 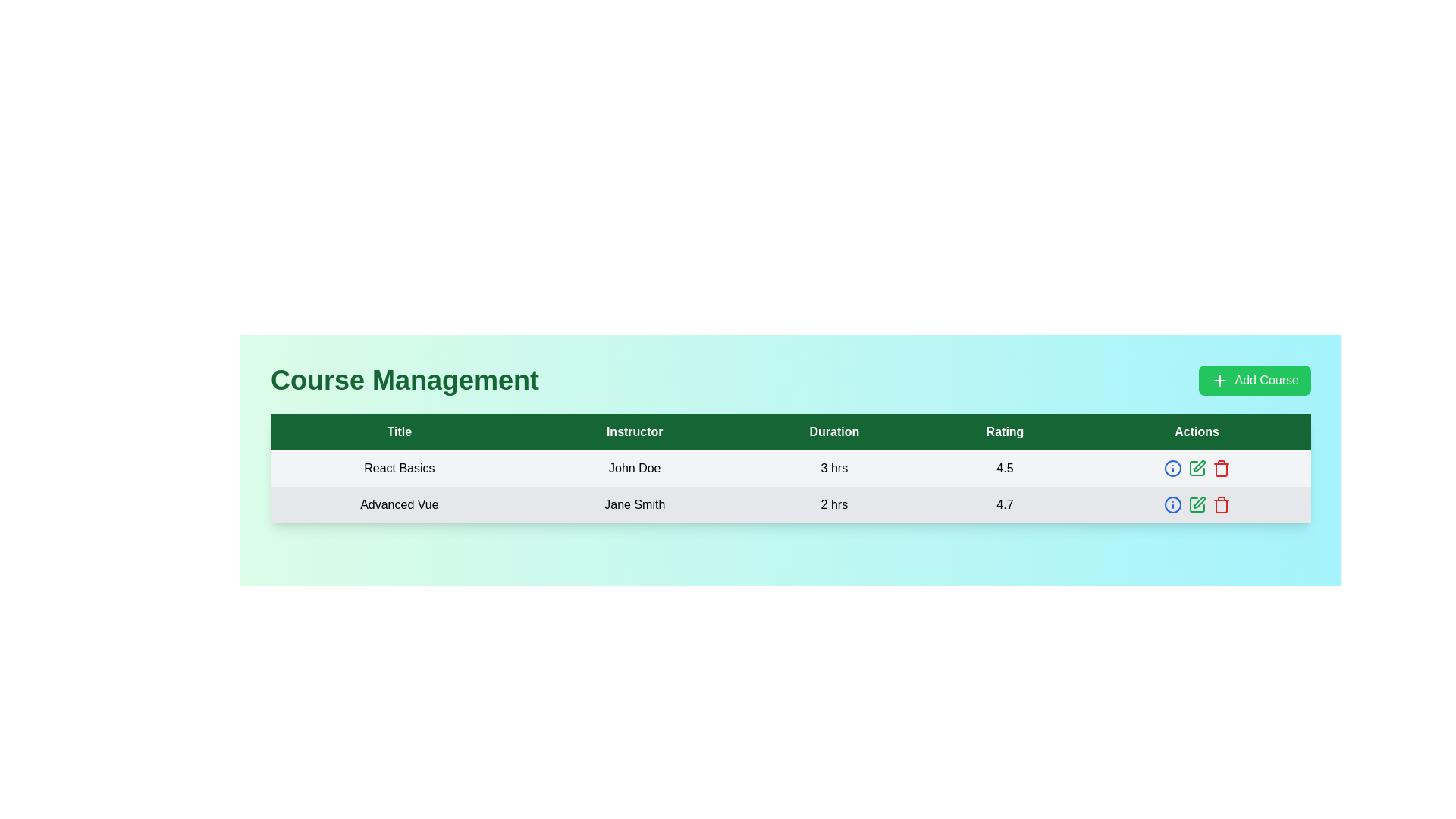 I want to click on the Text header indicating the overall purpose of managing courses, which is positioned to the left of the 'Add Course' button, so click(x=404, y=379).